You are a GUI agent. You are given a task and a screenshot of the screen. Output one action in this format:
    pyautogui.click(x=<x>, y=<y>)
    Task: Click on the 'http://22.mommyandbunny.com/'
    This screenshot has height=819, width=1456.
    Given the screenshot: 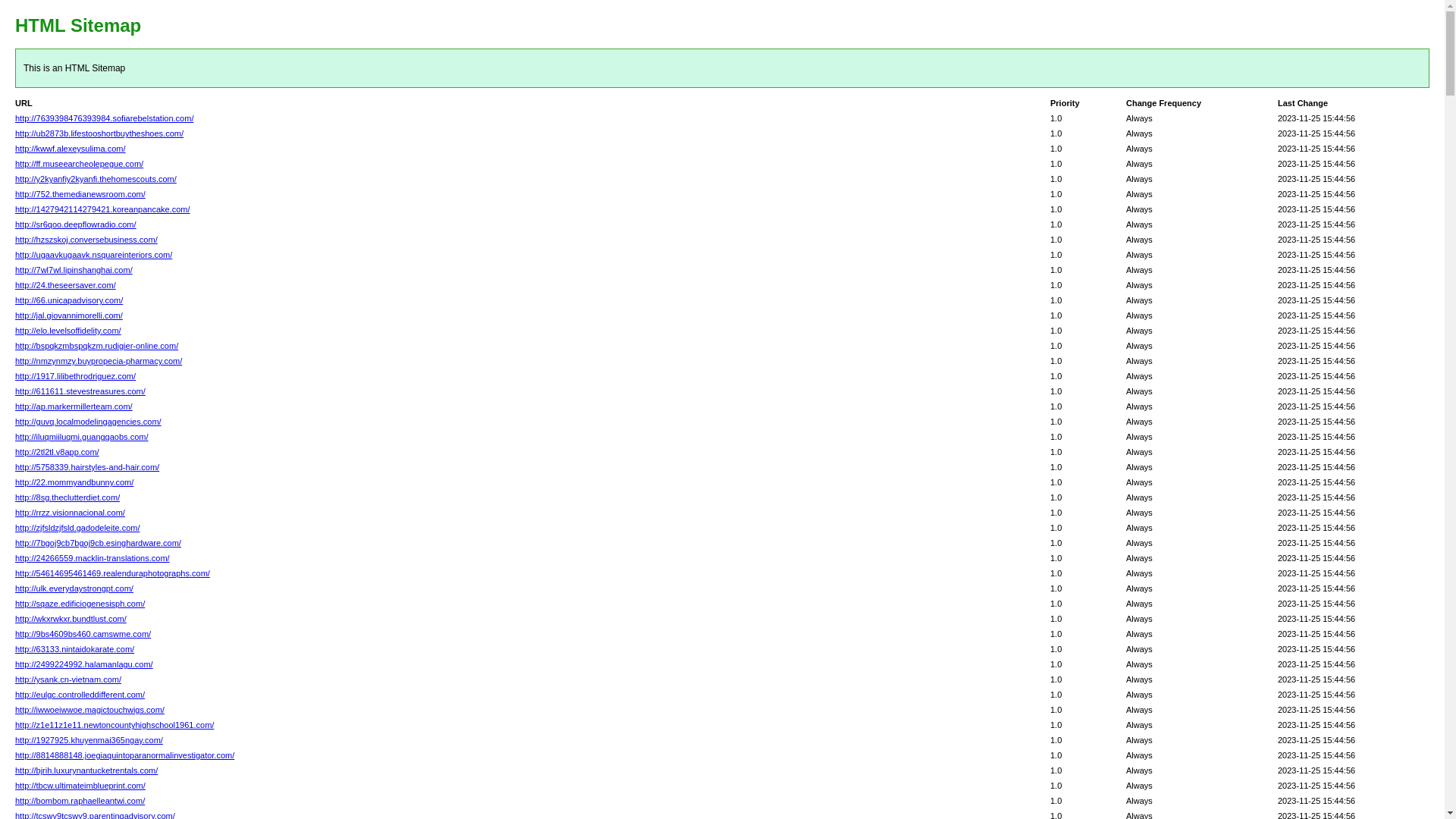 What is the action you would take?
    pyautogui.click(x=14, y=482)
    